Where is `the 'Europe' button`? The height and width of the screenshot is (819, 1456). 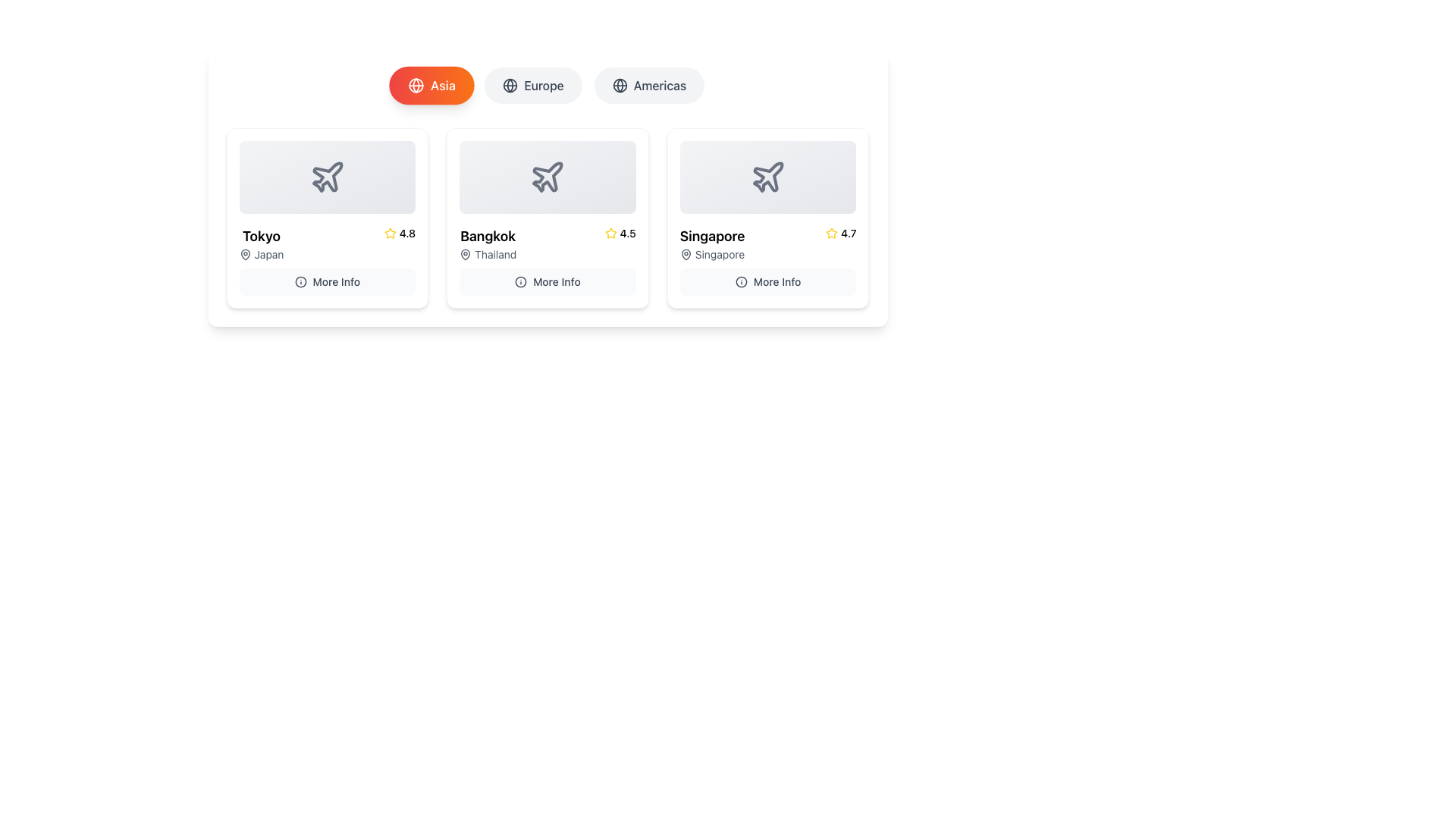 the 'Europe' button is located at coordinates (533, 85).